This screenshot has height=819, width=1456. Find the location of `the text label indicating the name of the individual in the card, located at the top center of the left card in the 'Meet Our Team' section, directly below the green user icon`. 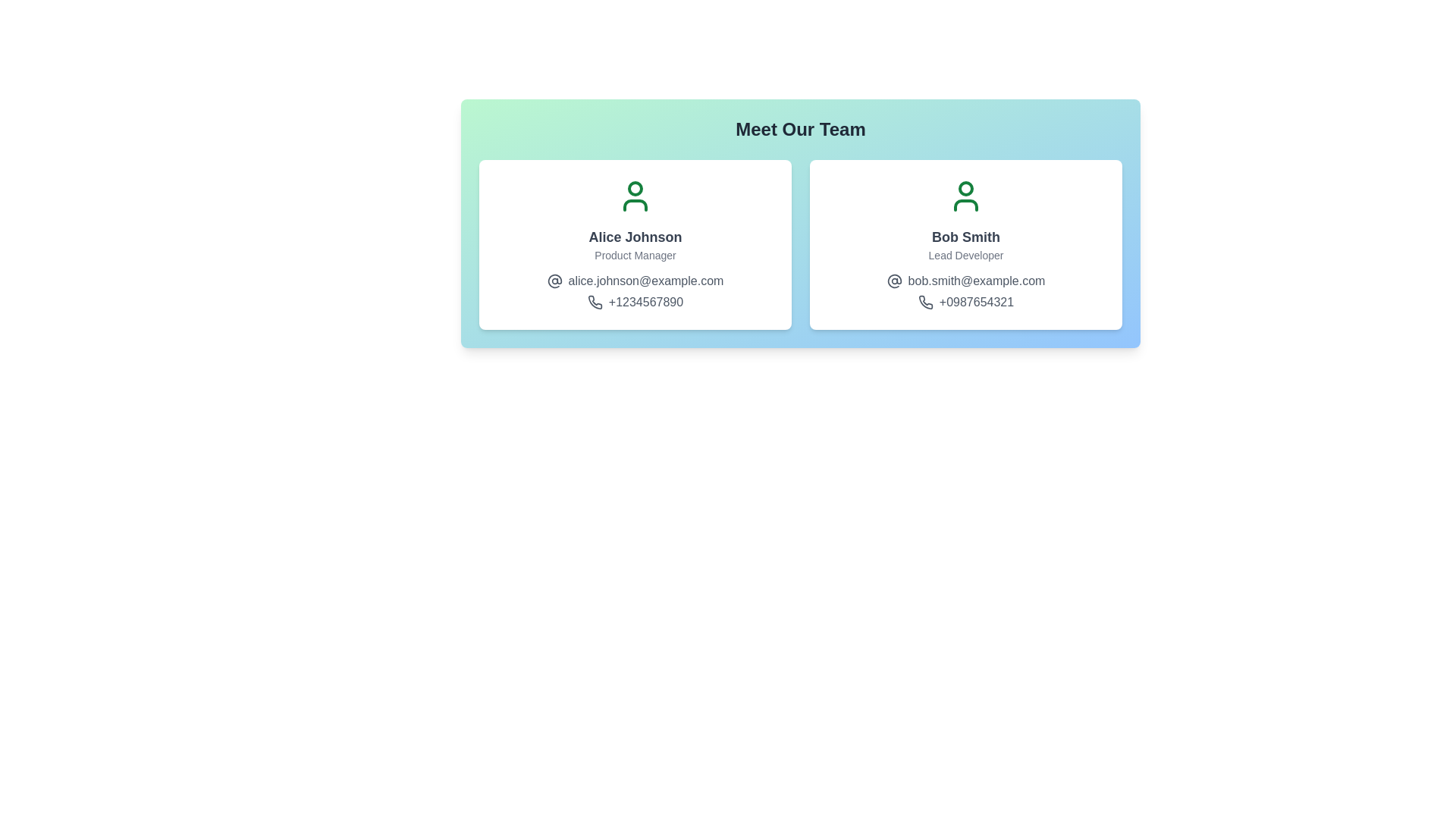

the text label indicating the name of the individual in the card, located at the top center of the left card in the 'Meet Our Team' section, directly below the green user icon is located at coordinates (635, 237).